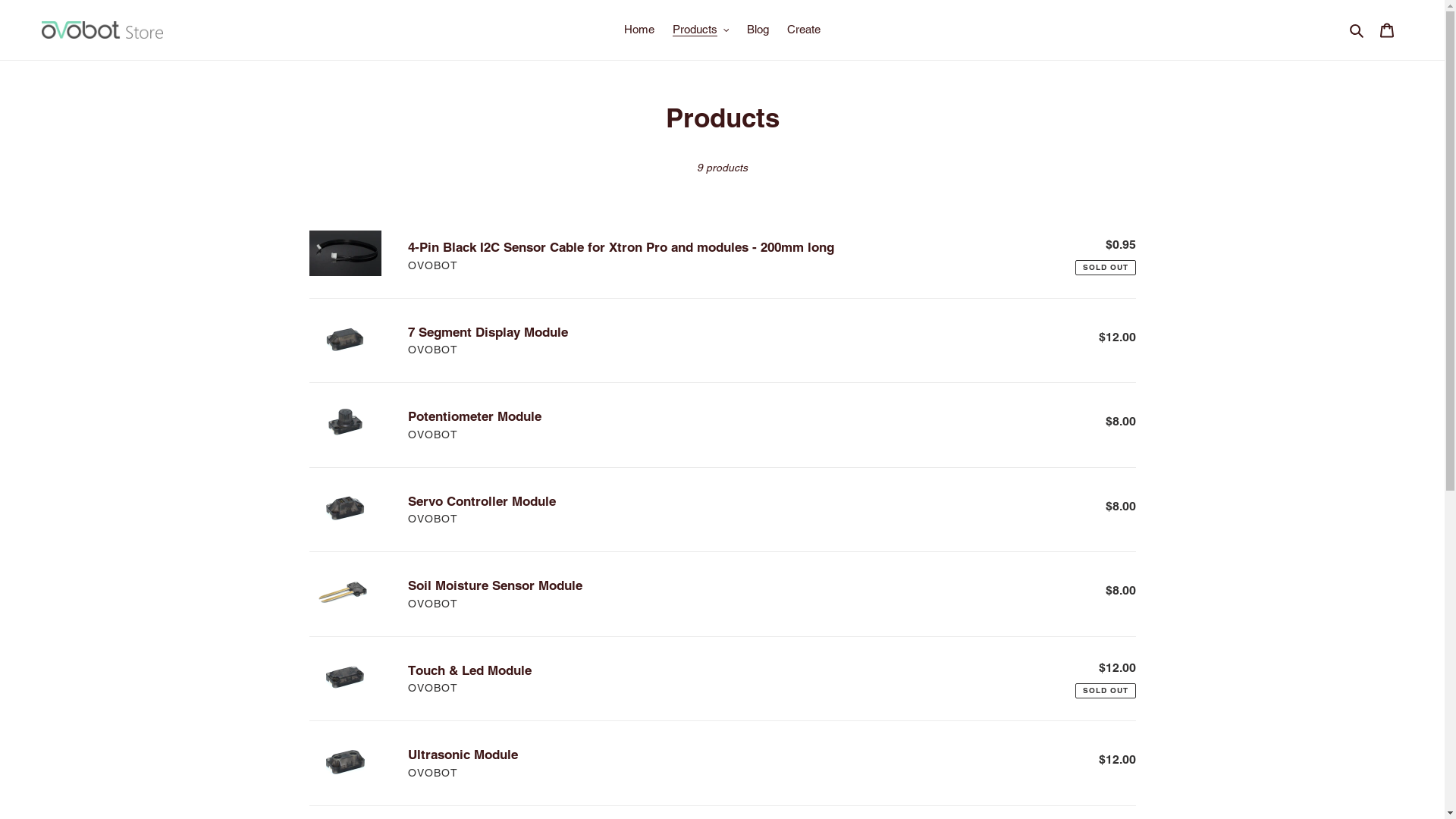 This screenshot has width=1456, height=819. Describe the element at coordinates (758, 30) in the screenshot. I see `'Blog'` at that location.